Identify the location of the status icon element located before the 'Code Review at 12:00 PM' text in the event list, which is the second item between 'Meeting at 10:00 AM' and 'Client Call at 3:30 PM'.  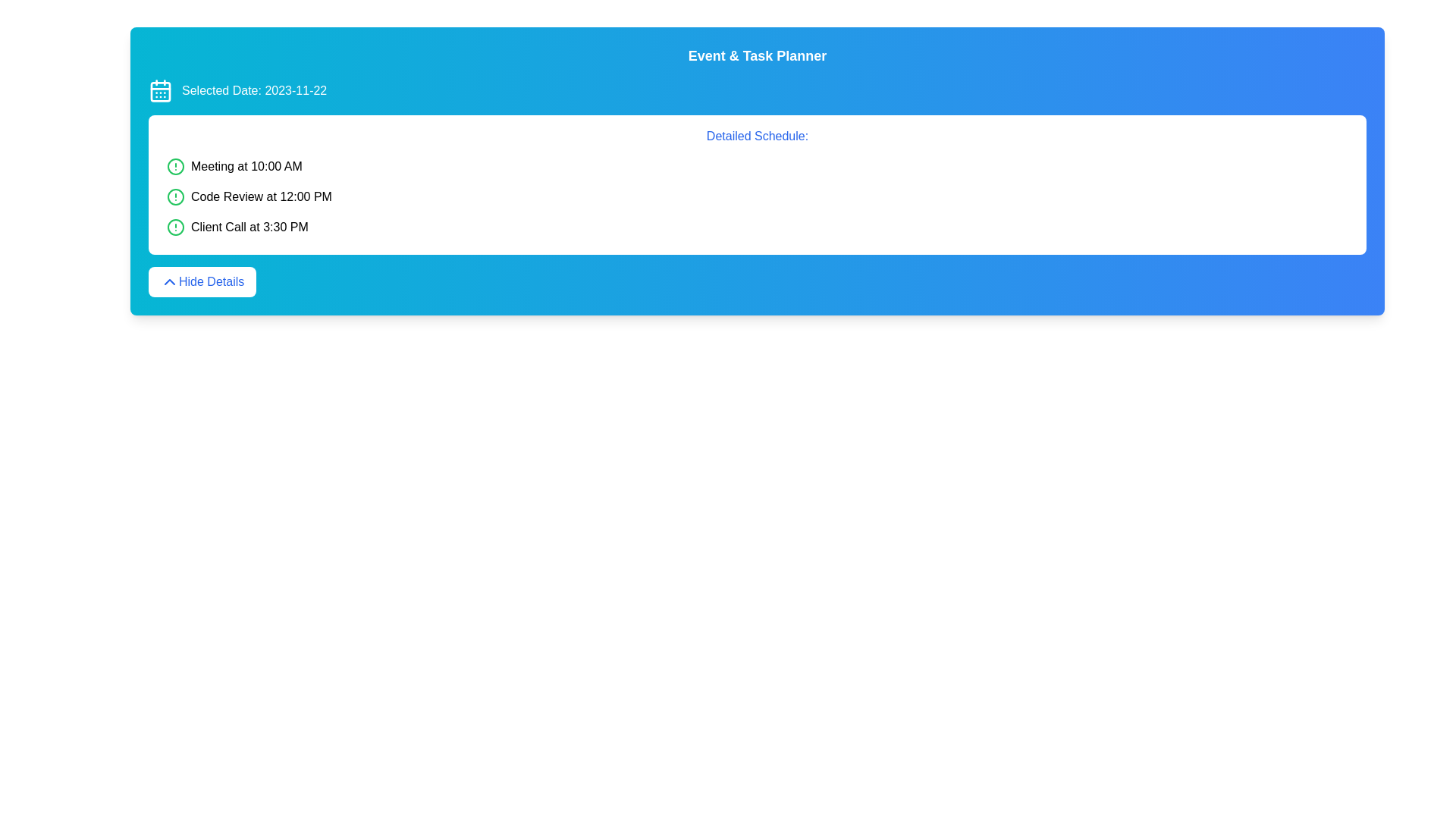
(175, 196).